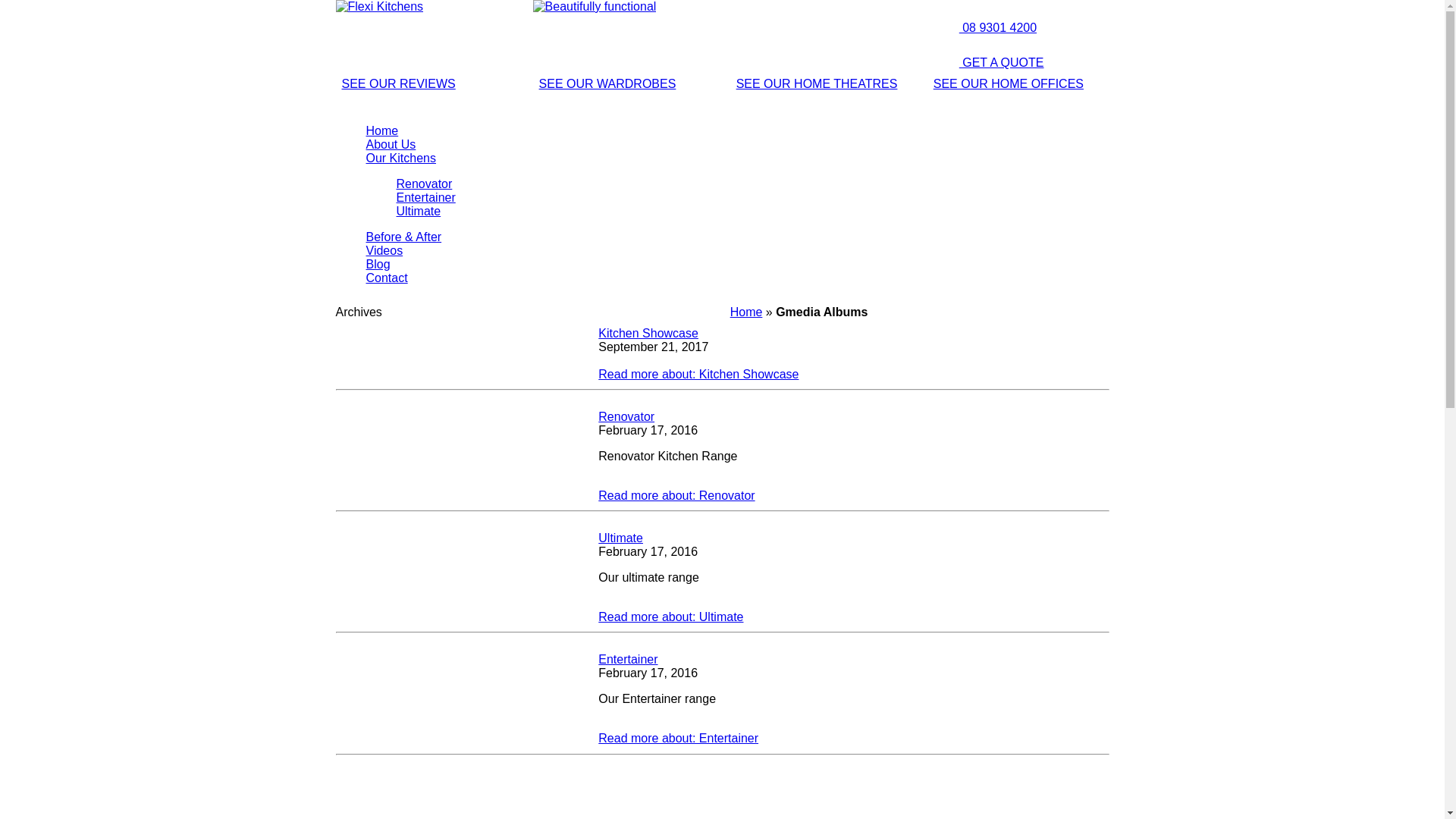 The width and height of the screenshot is (1456, 819). I want to click on 'Blog', so click(378, 263).